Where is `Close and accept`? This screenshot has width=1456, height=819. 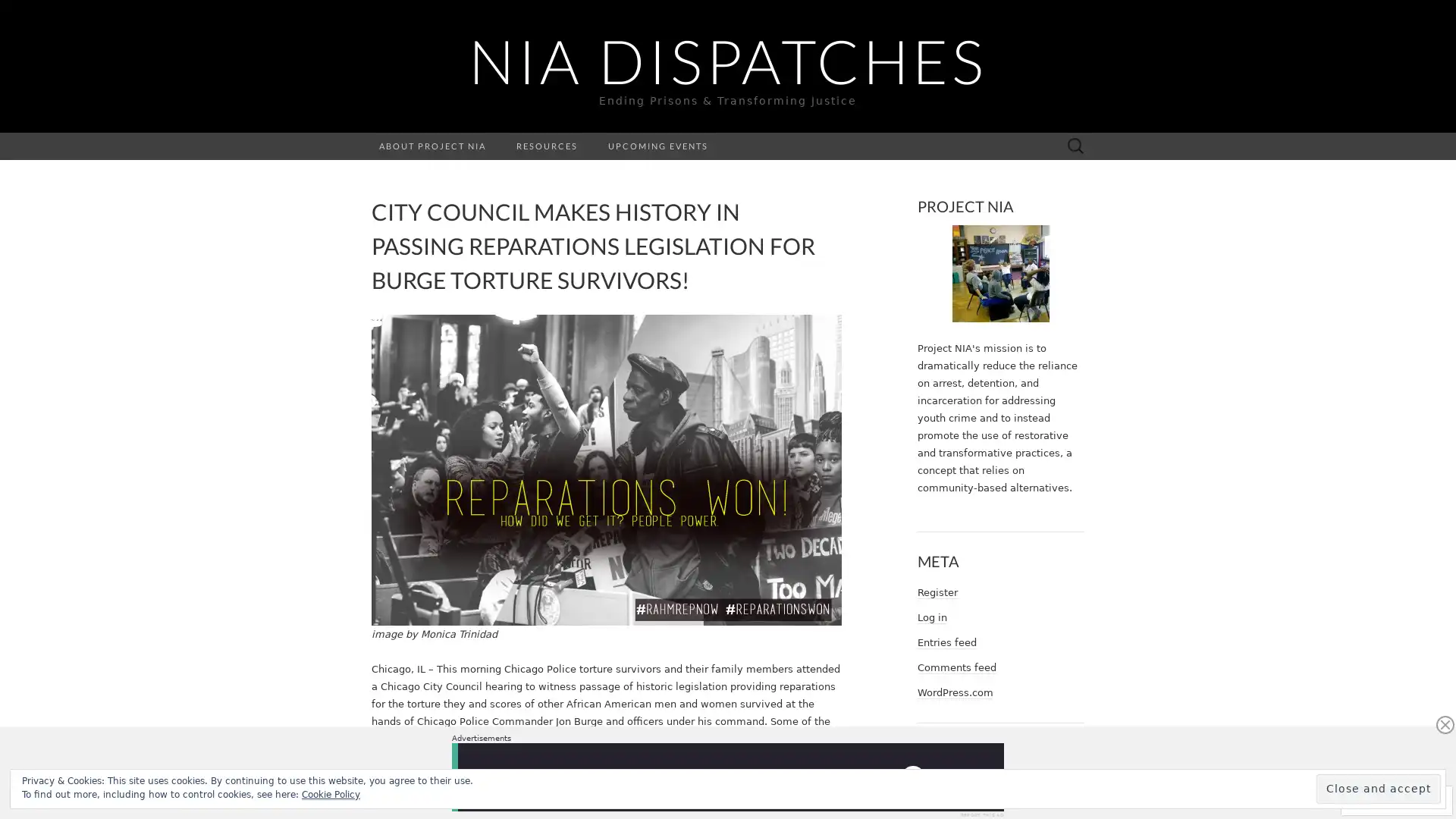 Close and accept is located at coordinates (1379, 788).